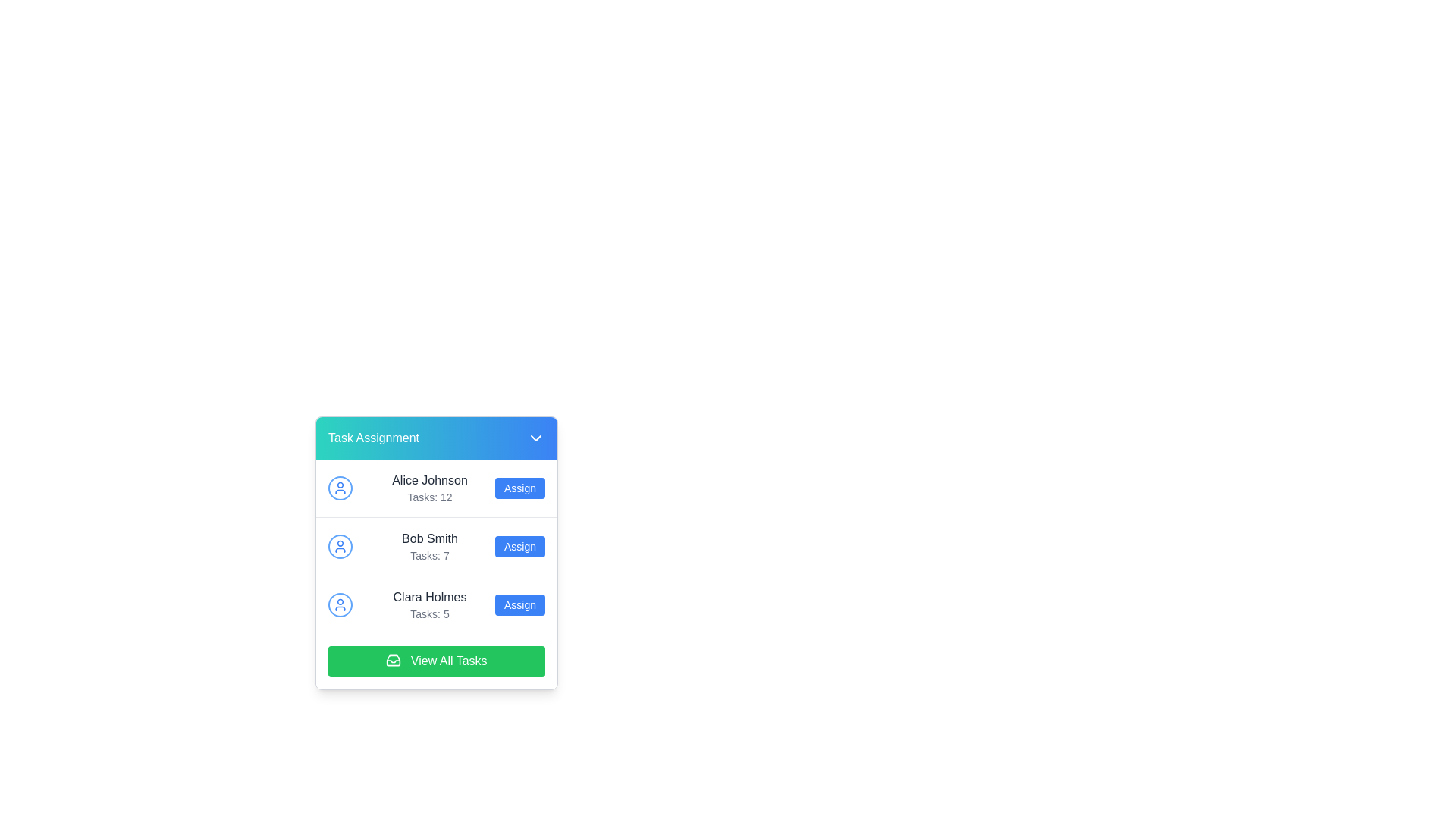 The image size is (1456, 819). I want to click on downward-pointing caret icon located in the header section of 'Task Assignment' for debugging purposes, so click(535, 438).